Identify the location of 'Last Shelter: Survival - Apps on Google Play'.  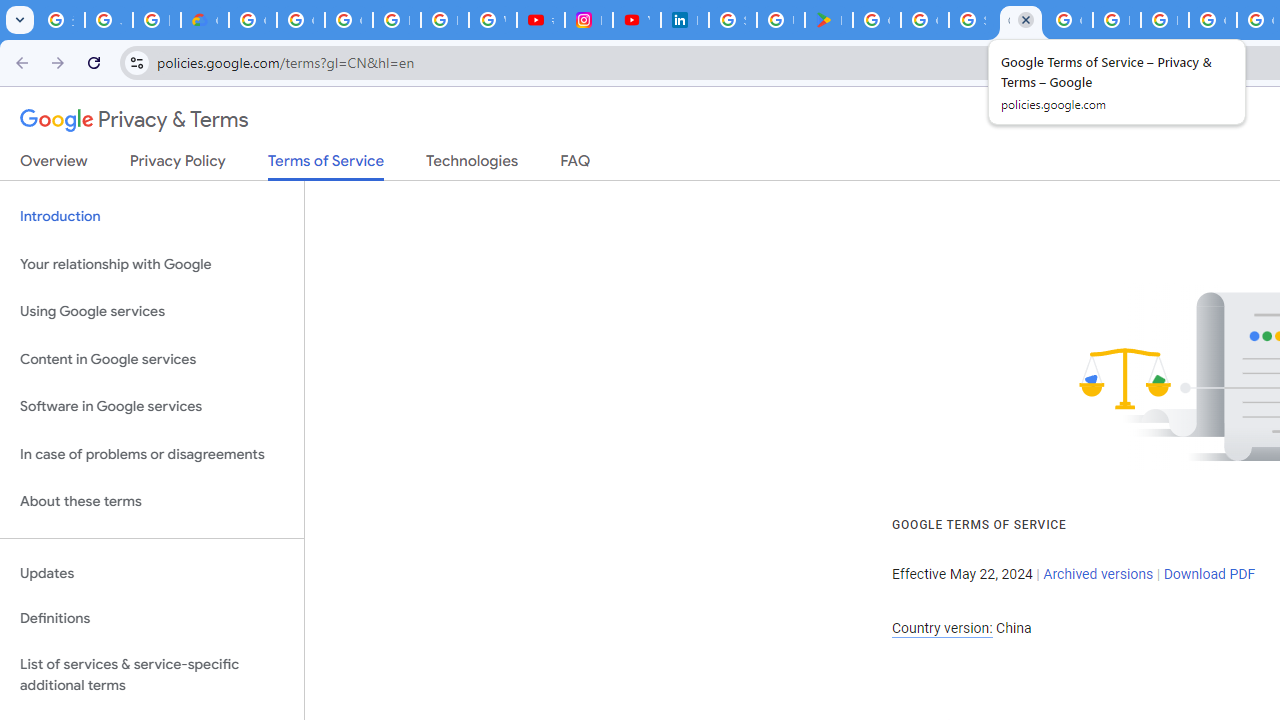
(828, 20).